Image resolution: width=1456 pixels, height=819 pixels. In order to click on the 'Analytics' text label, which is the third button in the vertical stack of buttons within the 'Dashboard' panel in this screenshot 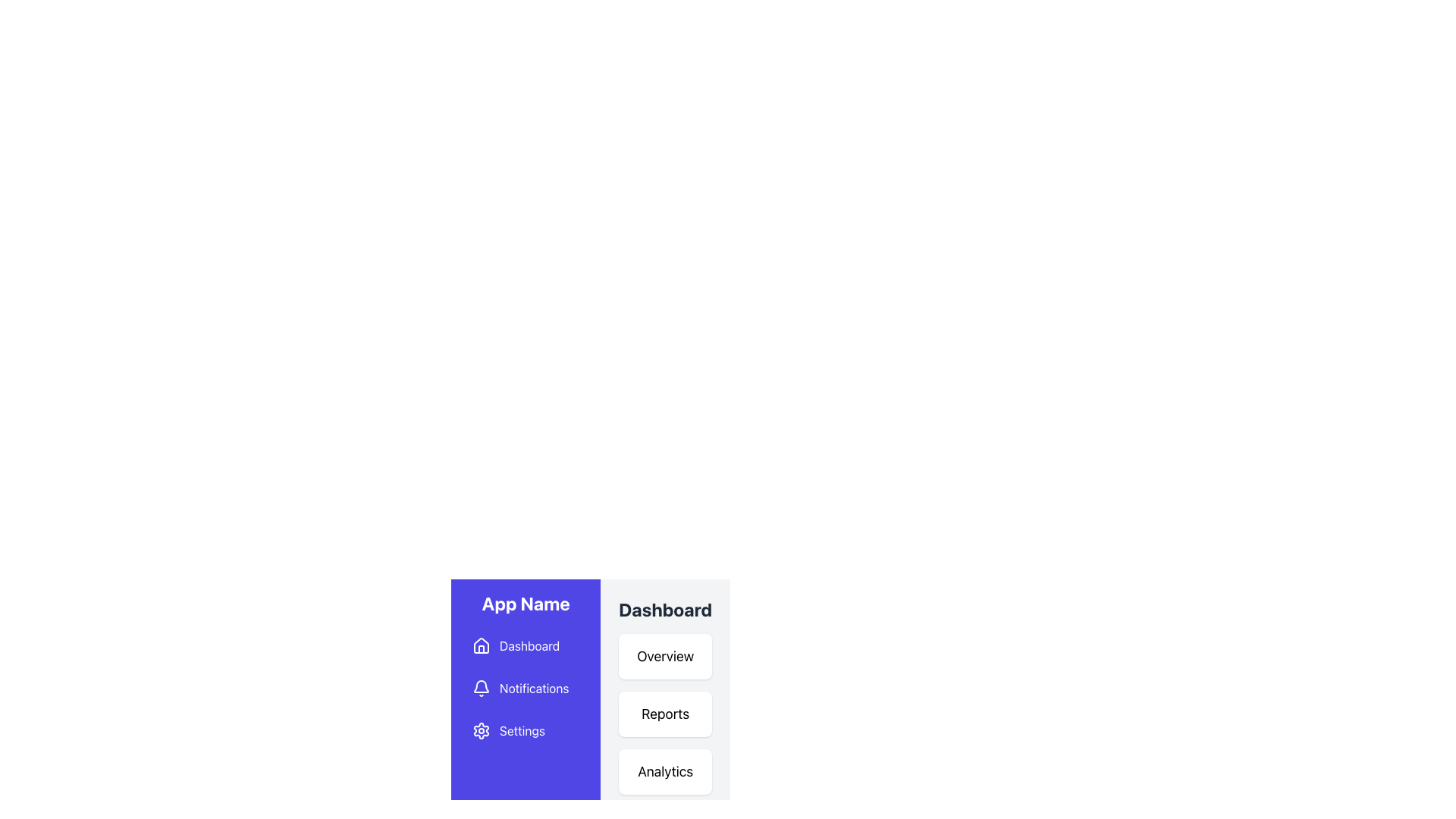, I will do `click(665, 772)`.